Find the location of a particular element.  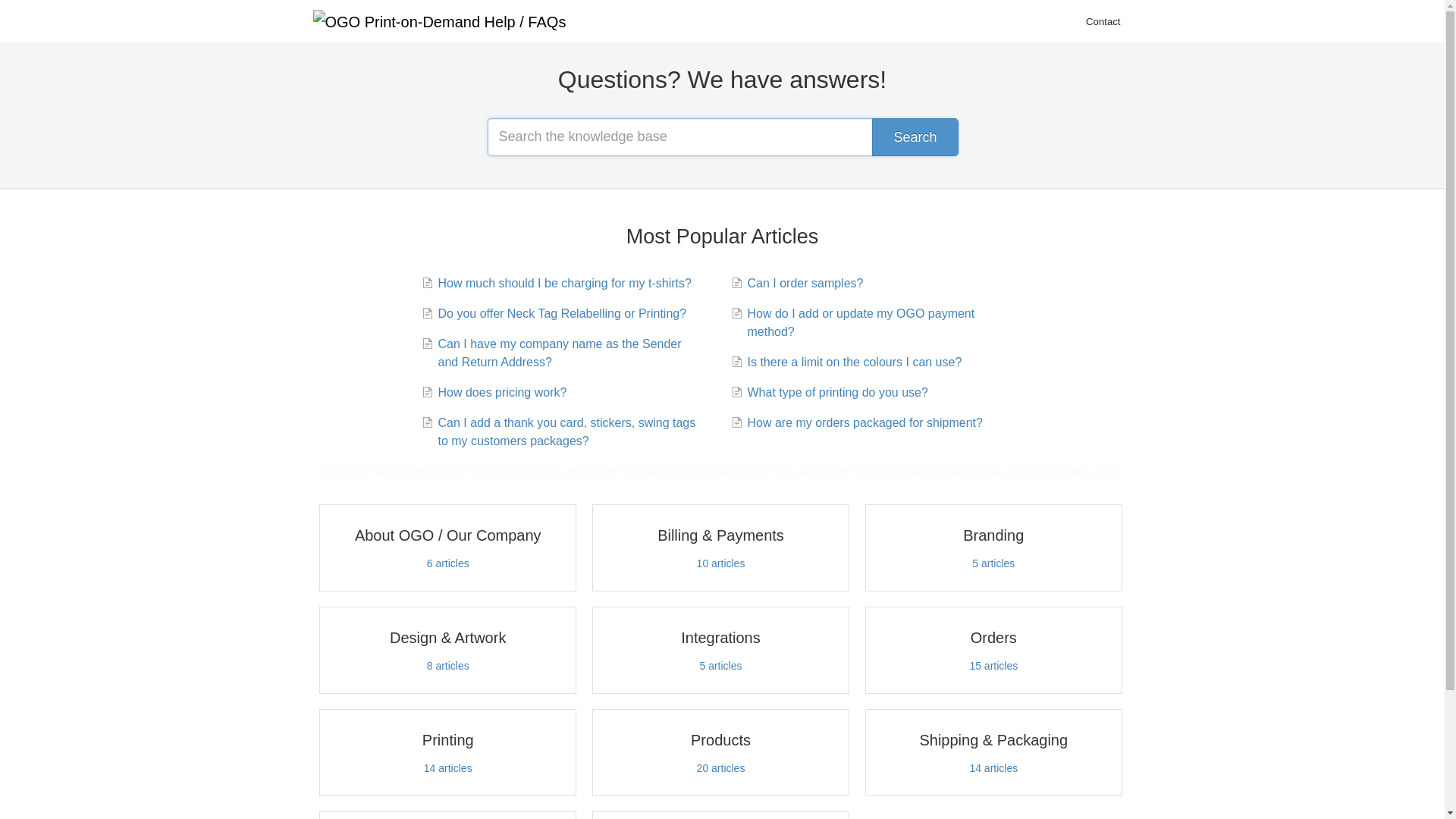

'search-query' is located at coordinates (487, 137).